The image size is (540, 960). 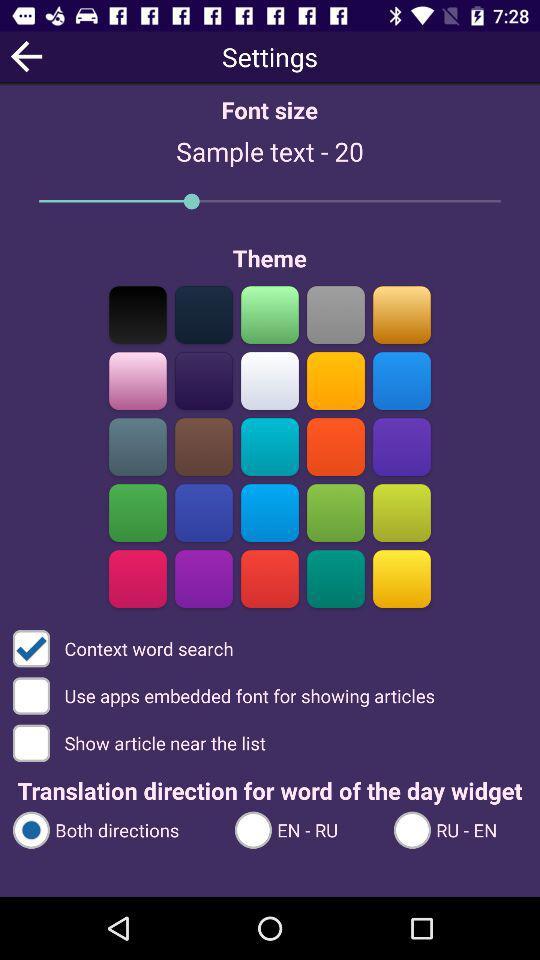 What do you see at coordinates (203, 380) in the screenshot?
I see `theme change option` at bounding box center [203, 380].